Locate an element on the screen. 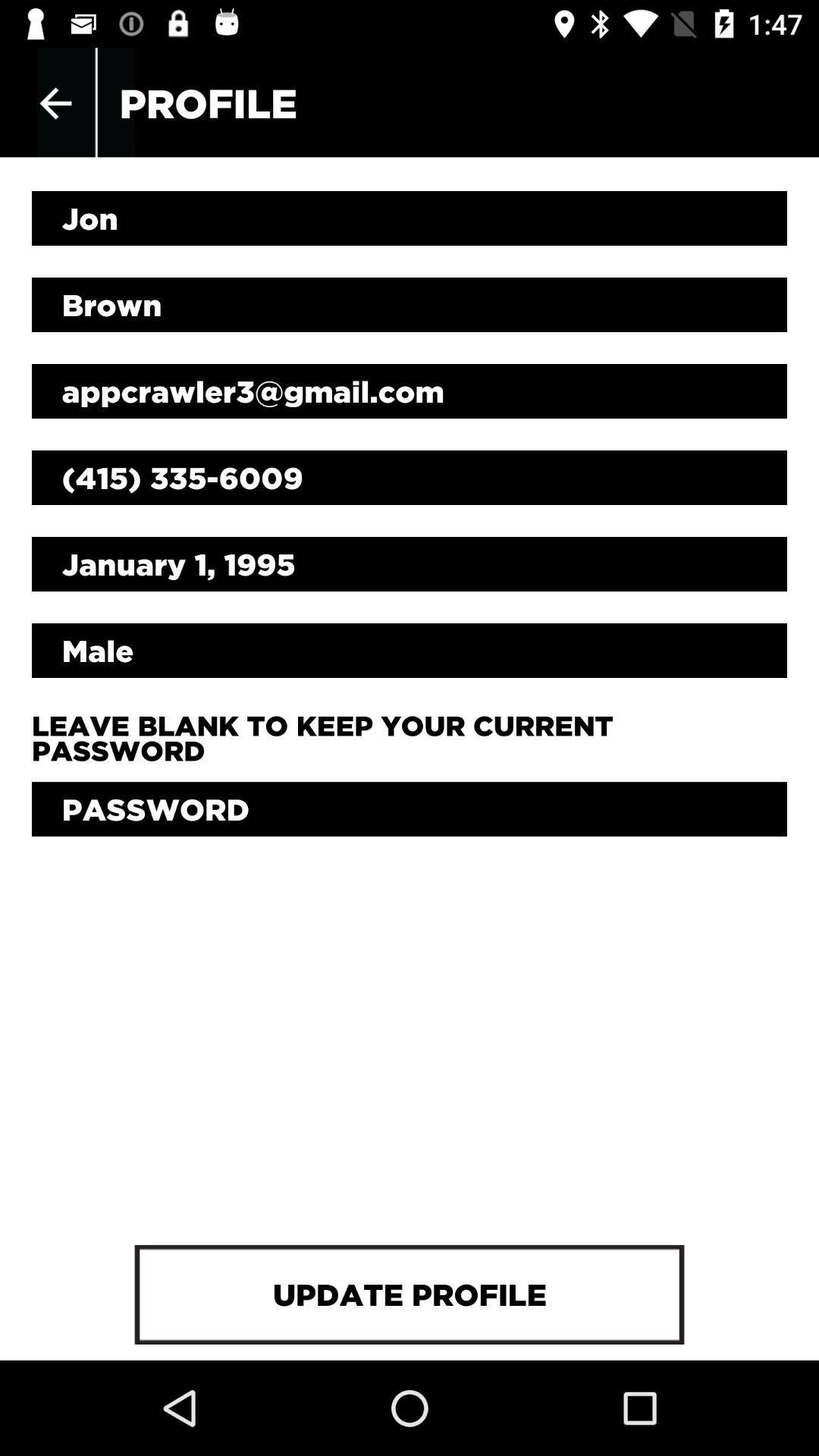 The image size is (819, 1456). to use click the password is located at coordinates (409, 808).